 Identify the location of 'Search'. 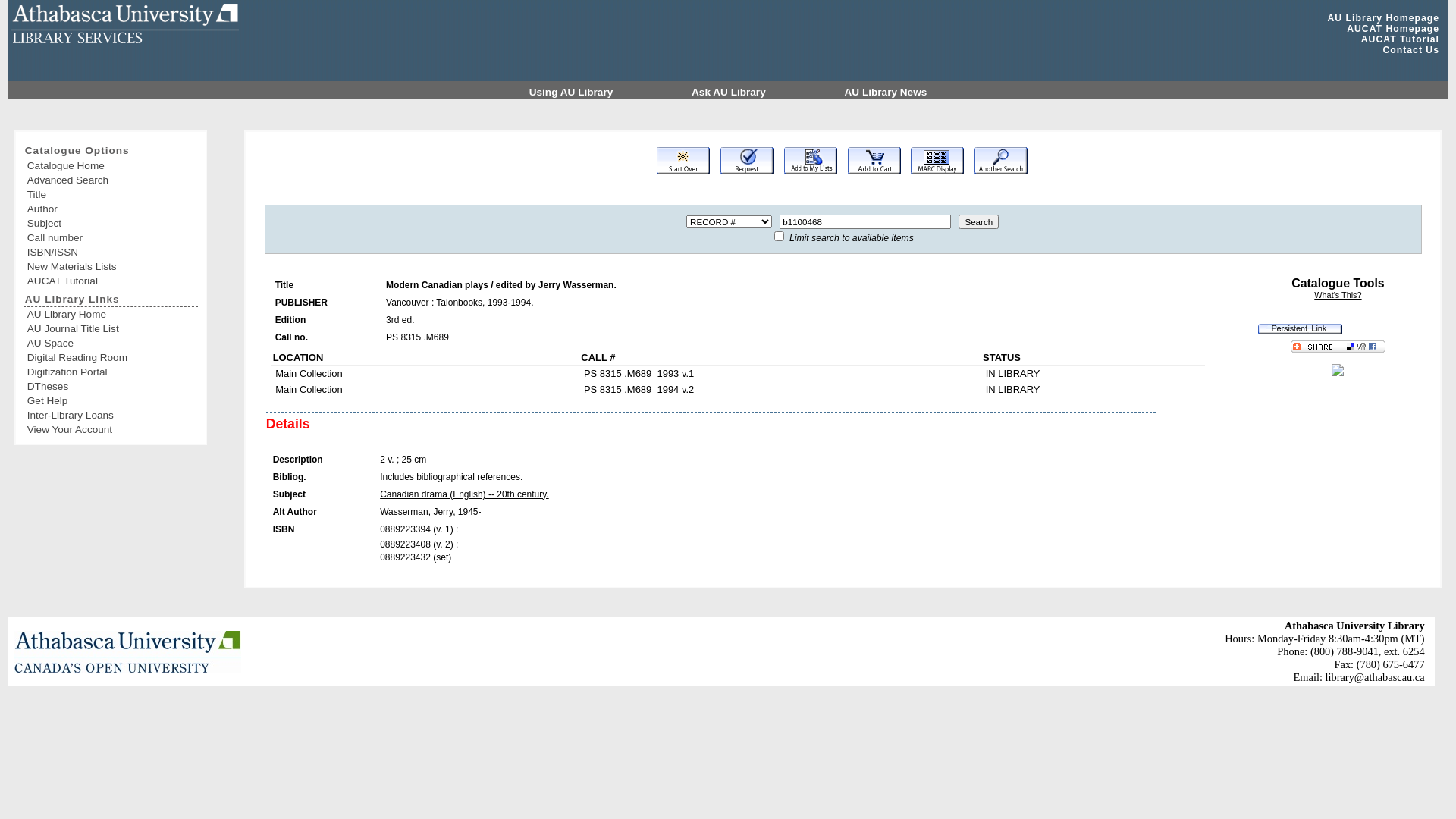
(978, 221).